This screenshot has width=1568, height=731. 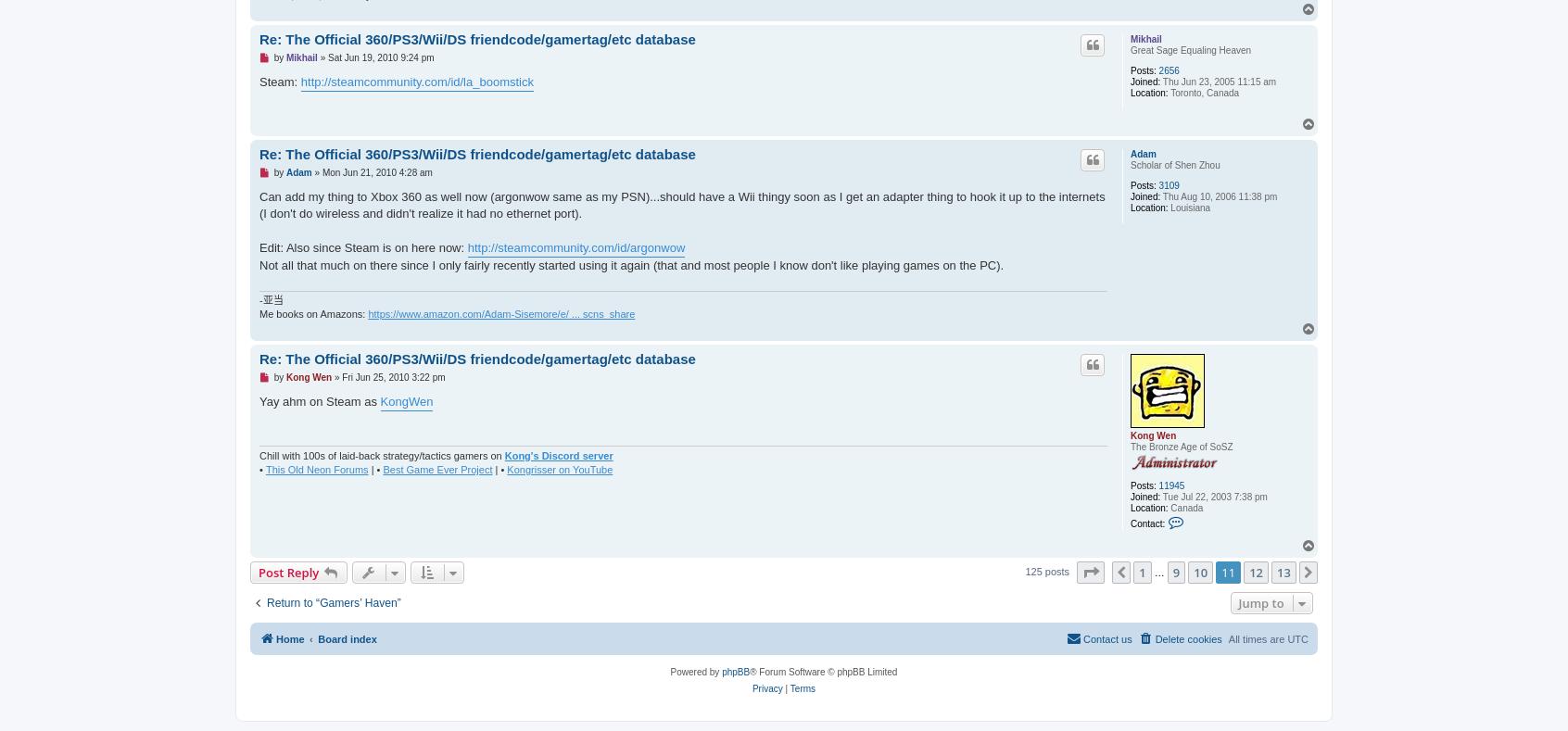 What do you see at coordinates (383, 467) in the screenshot?
I see `'Best Game Ever Project'` at bounding box center [383, 467].